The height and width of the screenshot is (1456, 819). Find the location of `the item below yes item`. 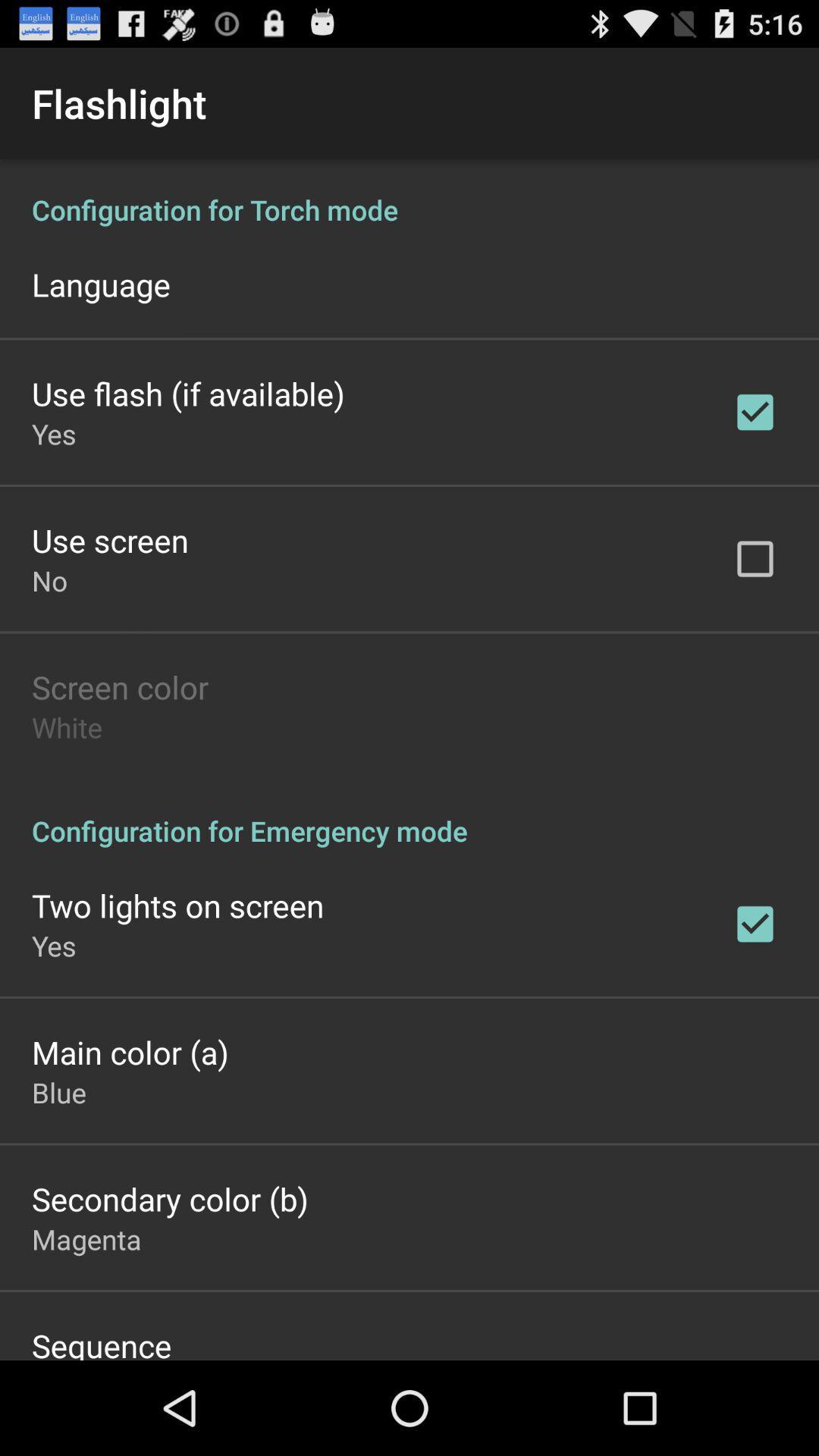

the item below yes item is located at coordinates (109, 540).